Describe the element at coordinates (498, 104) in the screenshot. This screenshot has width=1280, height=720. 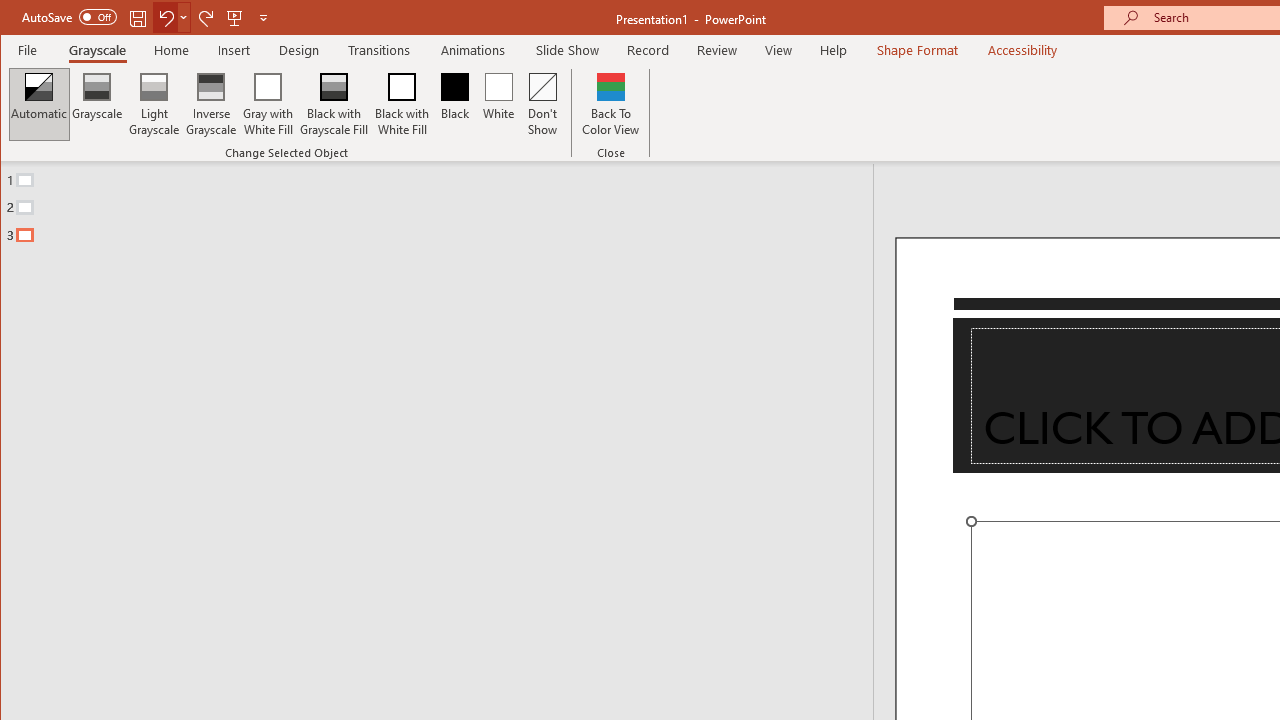
I see `'White'` at that location.